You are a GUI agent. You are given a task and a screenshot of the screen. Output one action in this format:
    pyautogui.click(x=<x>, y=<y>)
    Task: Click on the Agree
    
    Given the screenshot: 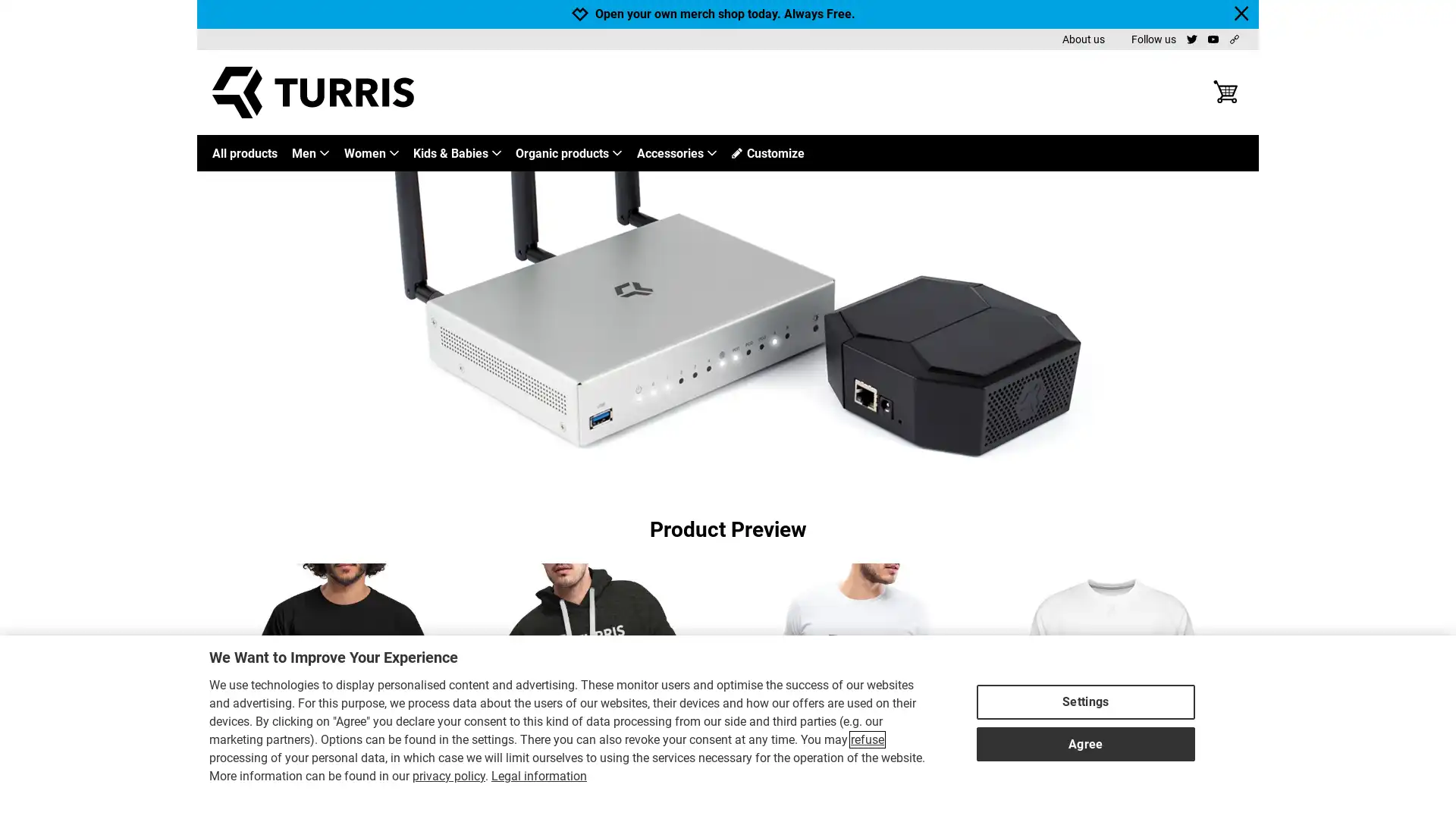 What is the action you would take?
    pyautogui.click(x=1084, y=739)
    